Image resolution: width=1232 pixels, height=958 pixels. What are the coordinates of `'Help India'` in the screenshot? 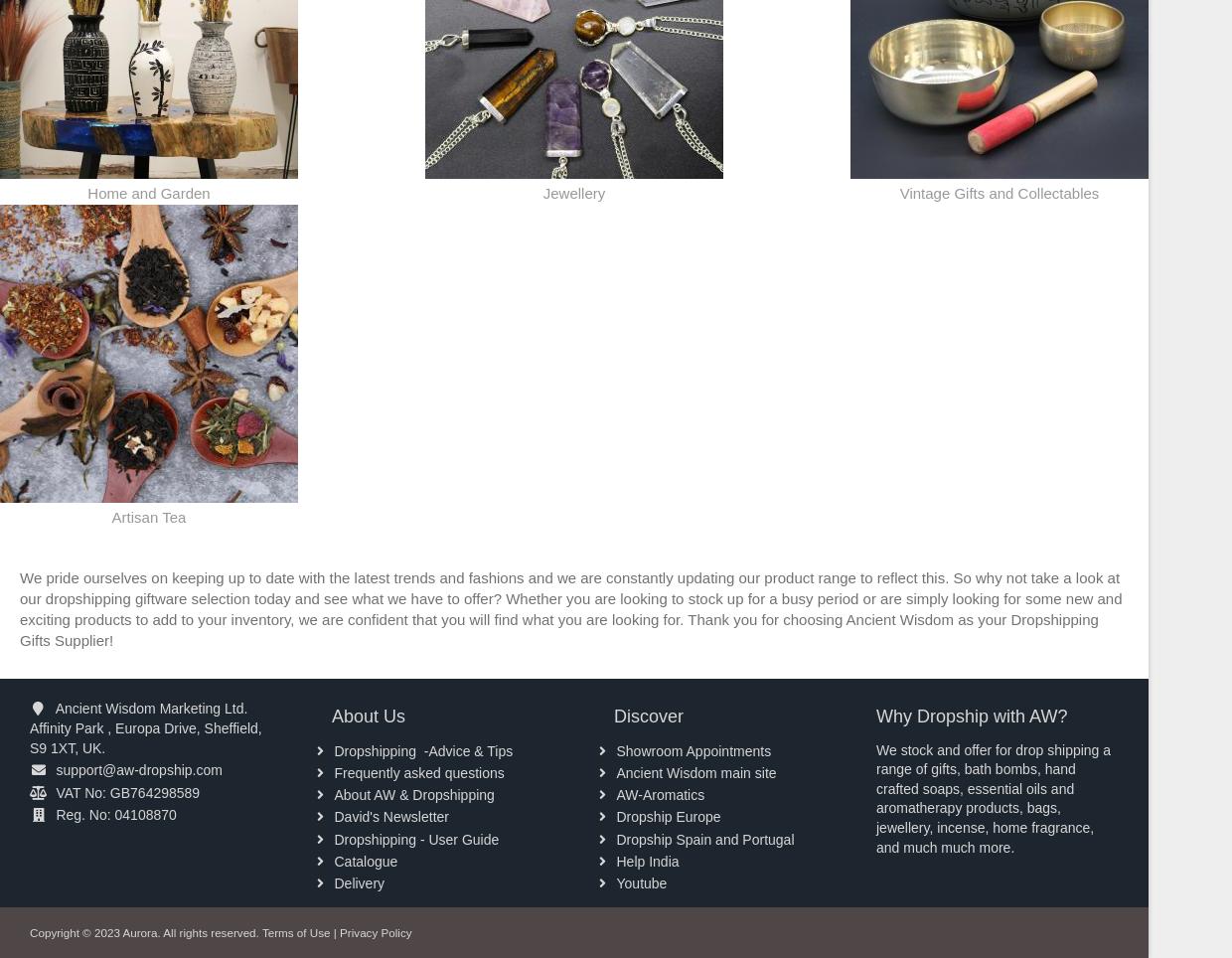 It's located at (616, 860).